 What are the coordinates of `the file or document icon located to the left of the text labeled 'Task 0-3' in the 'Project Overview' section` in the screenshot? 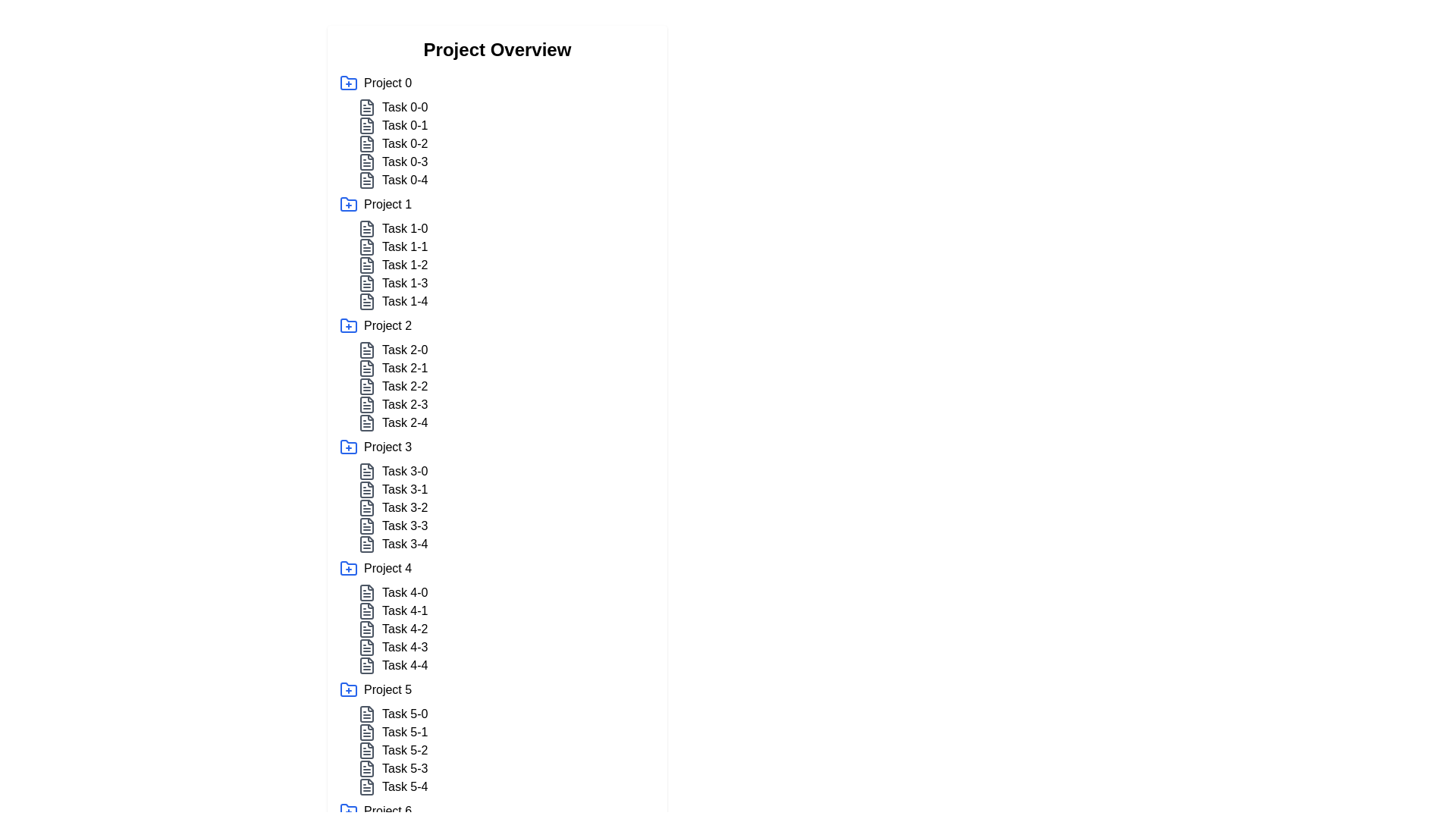 It's located at (367, 162).